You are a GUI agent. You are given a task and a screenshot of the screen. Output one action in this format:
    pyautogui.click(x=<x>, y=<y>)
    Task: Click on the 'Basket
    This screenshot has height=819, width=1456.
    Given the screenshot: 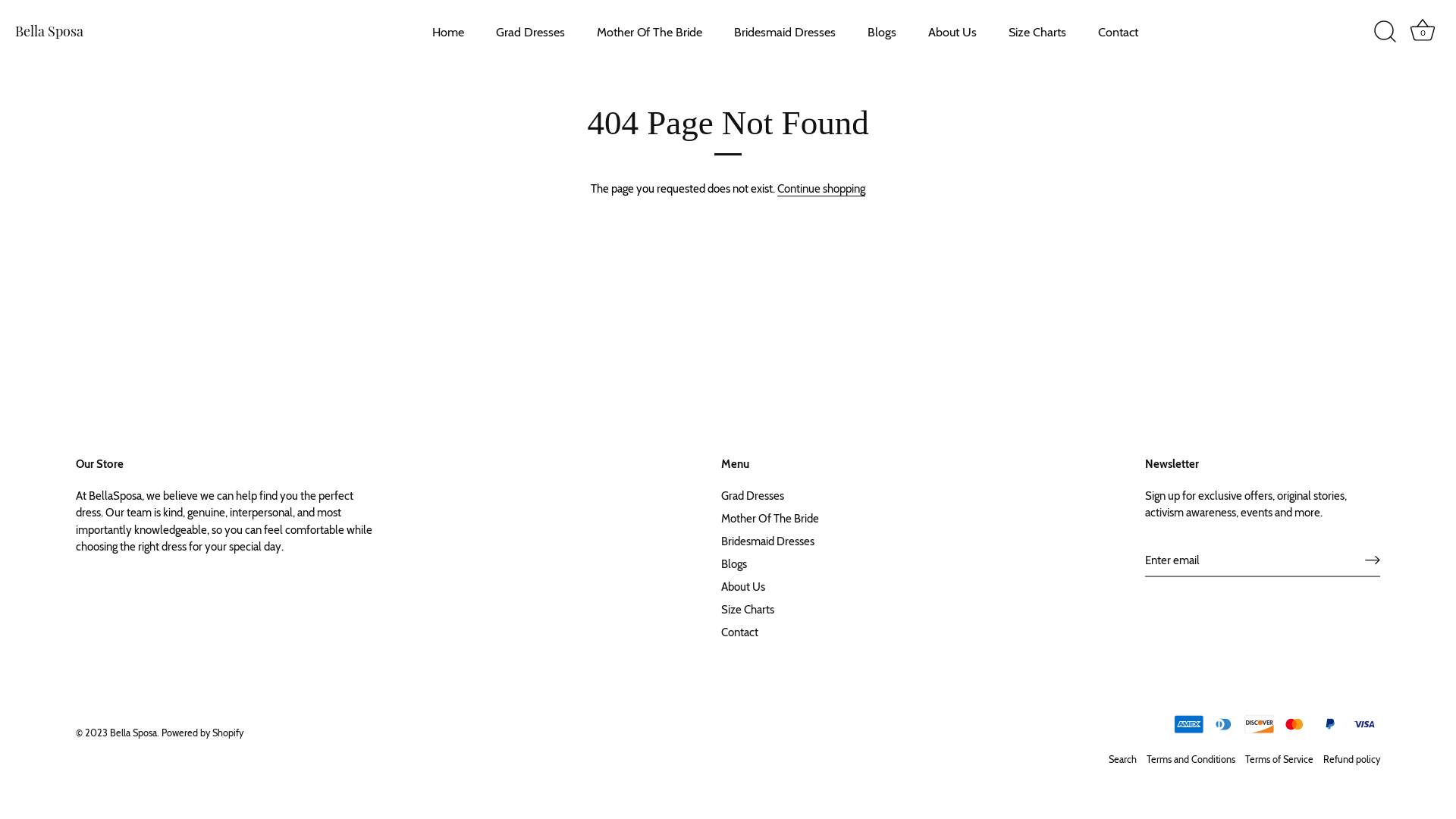 What is the action you would take?
    pyautogui.click(x=1404, y=32)
    